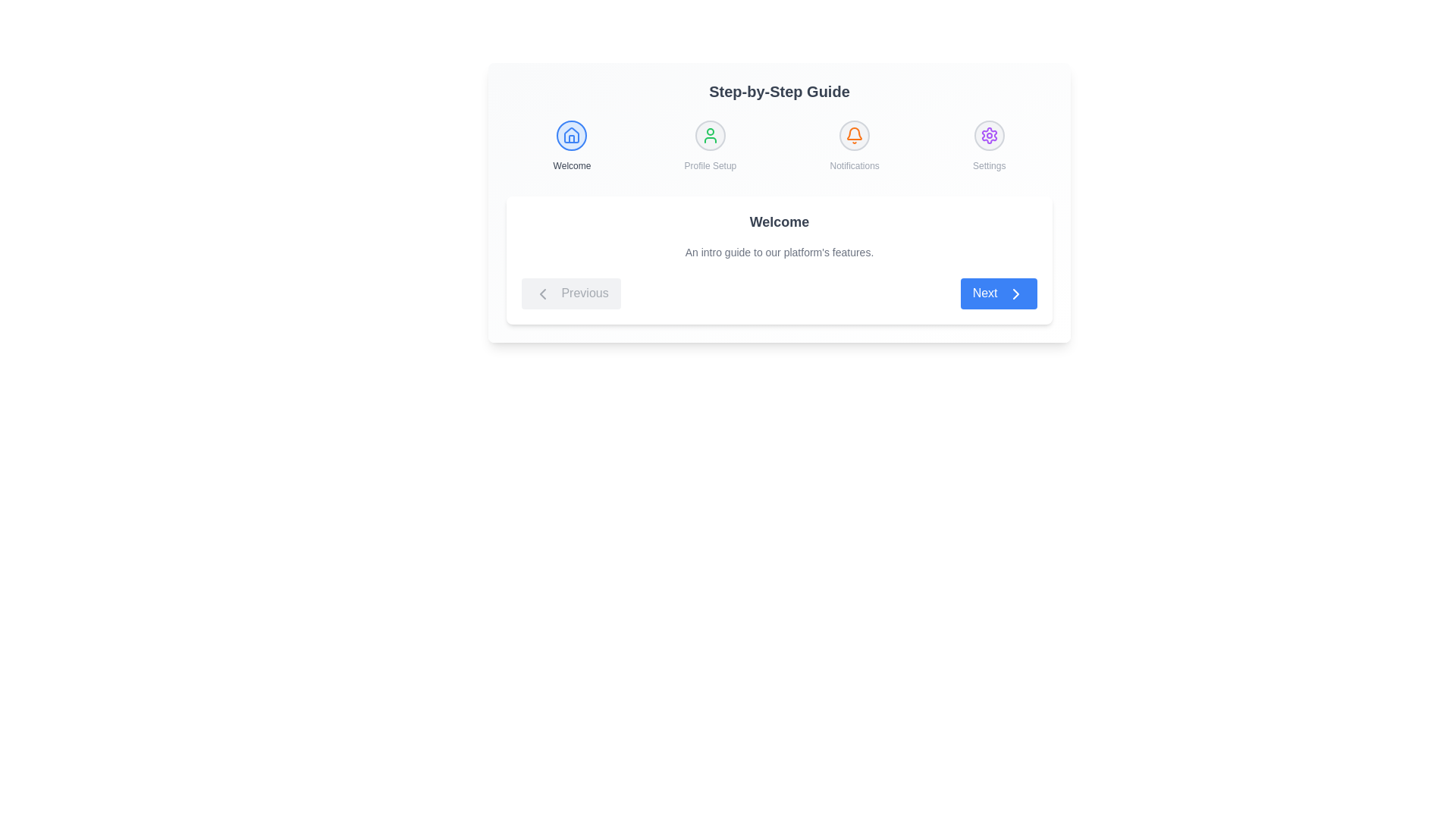 The image size is (1456, 819). What do you see at coordinates (571, 134) in the screenshot?
I see `the 'Welcome' icon, which is the first icon in the sequence and visually indicates the current step in the guide interface` at bounding box center [571, 134].